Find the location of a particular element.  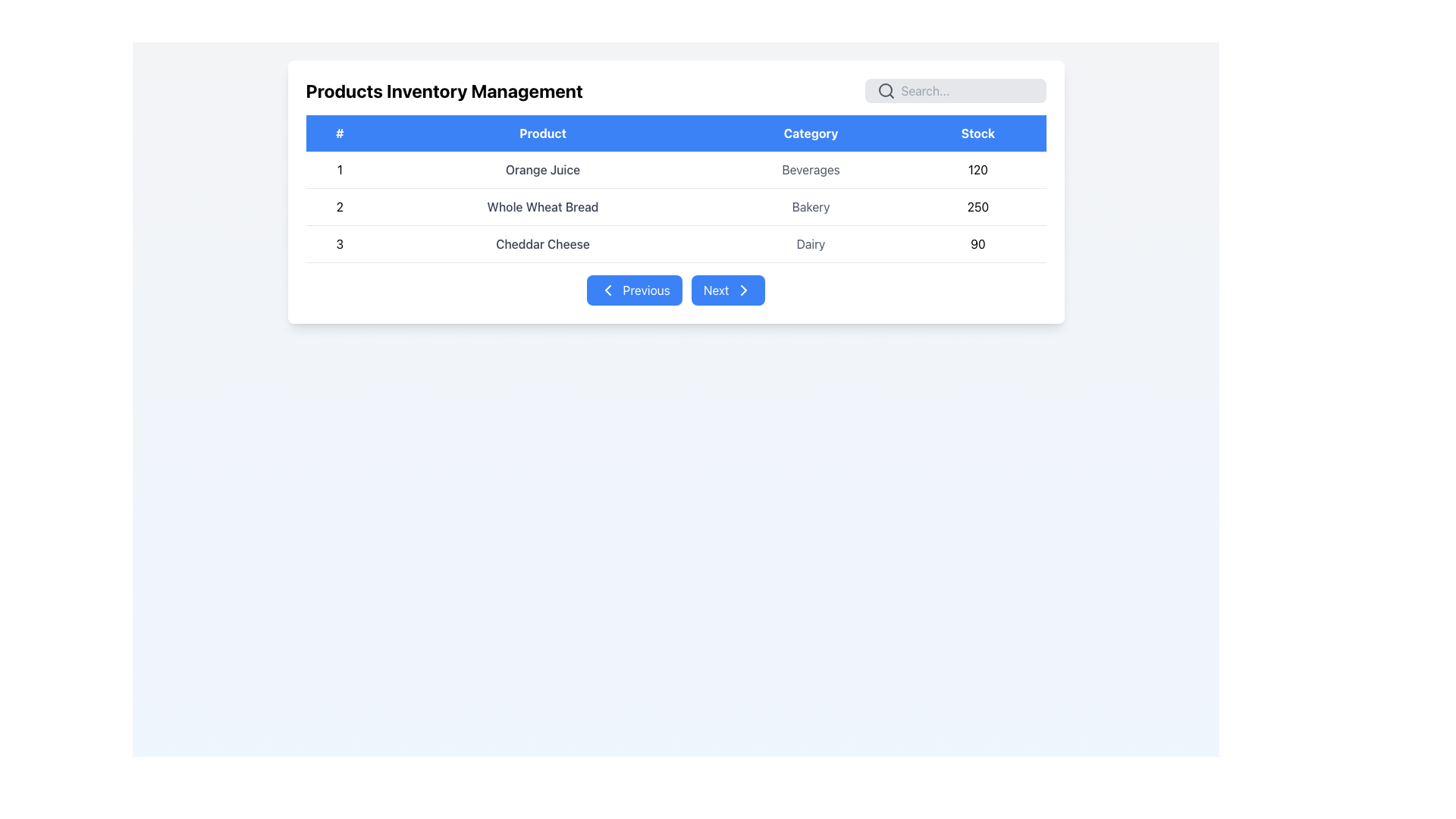

the text label displaying 'Whole Wheat Bread' which is styled with a gray font and located in the second column of the second row of the product information table is located at coordinates (542, 207).